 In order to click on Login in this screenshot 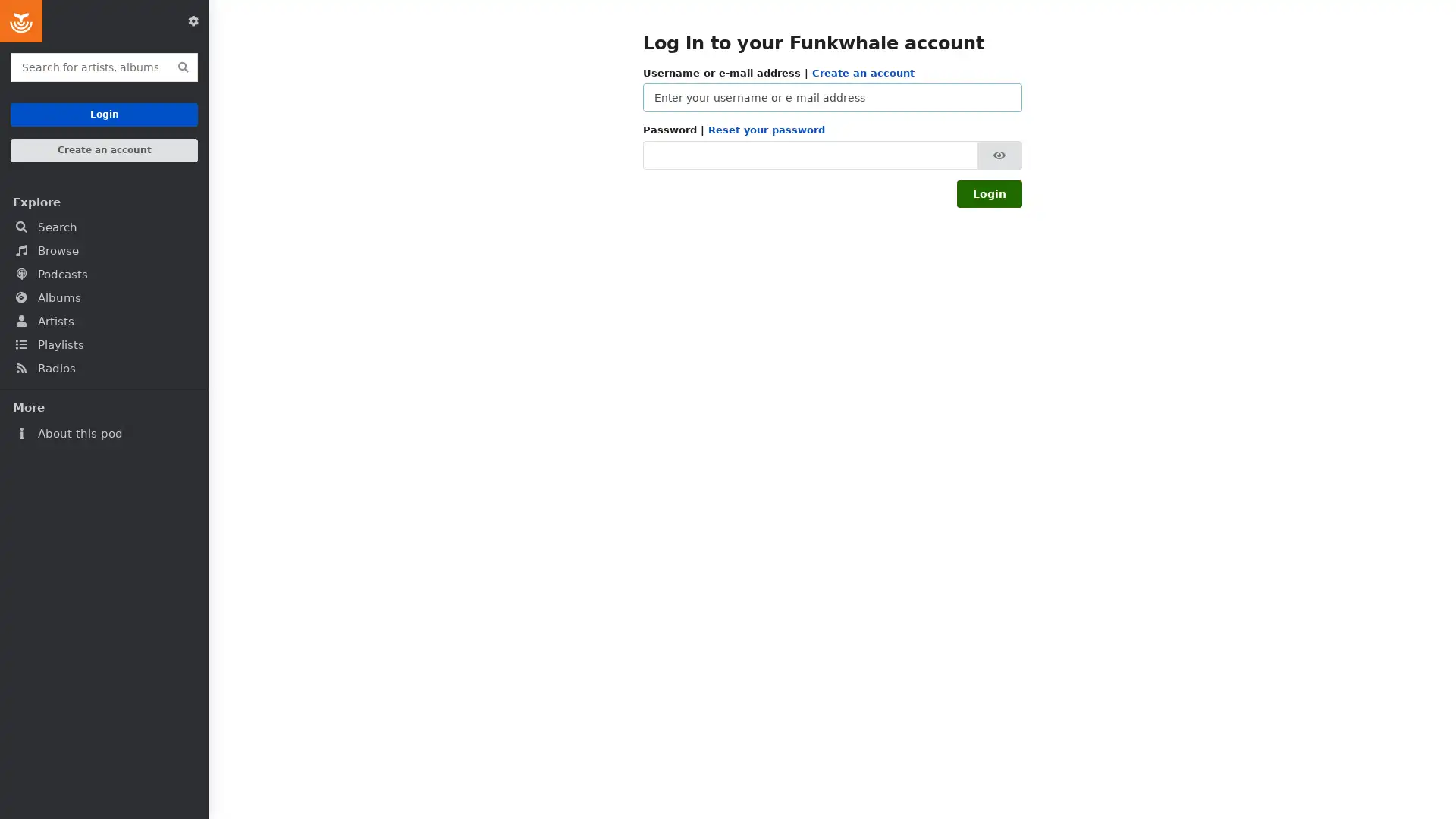, I will do `click(989, 192)`.